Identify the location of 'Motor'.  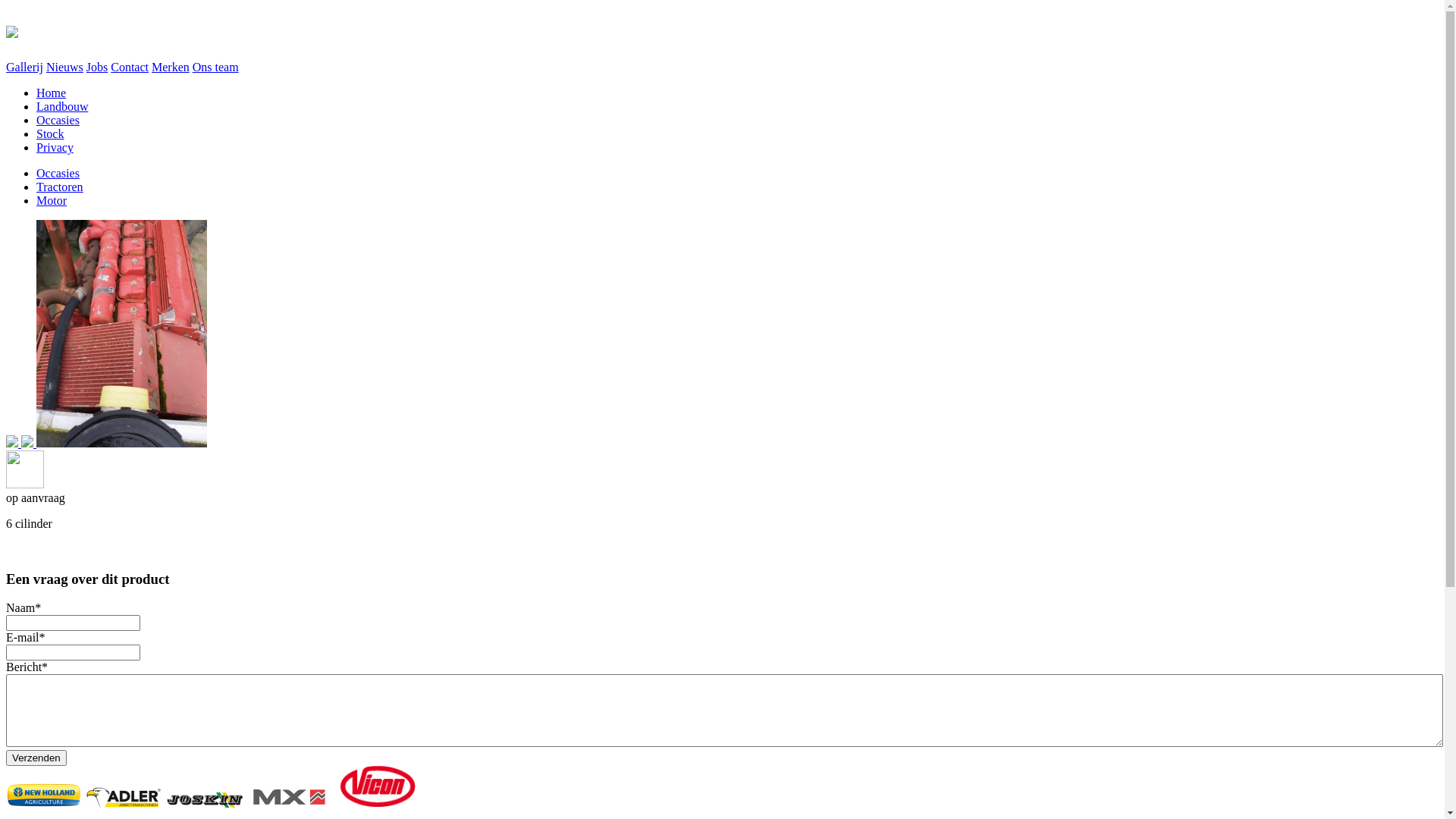
(51, 199).